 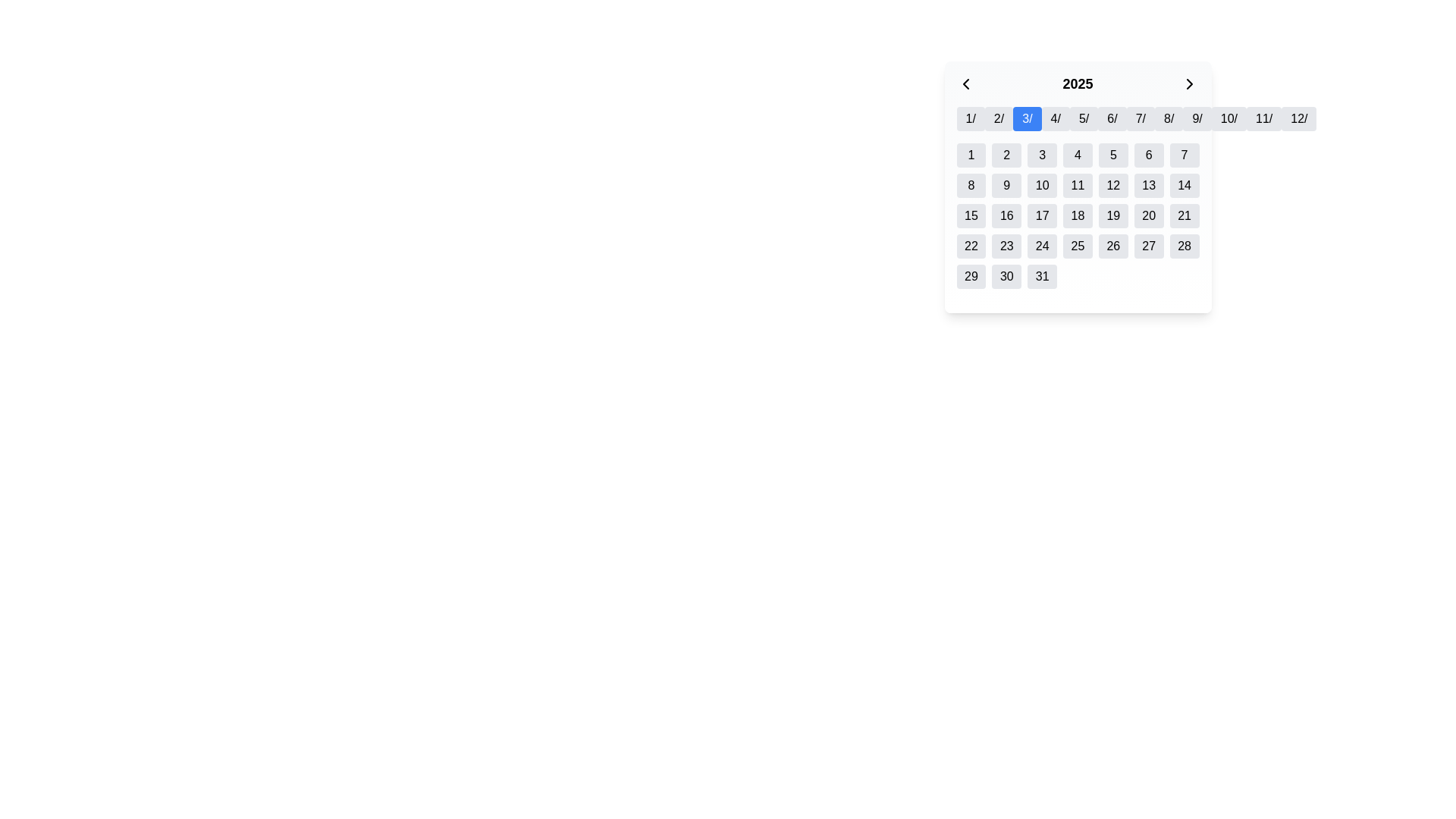 I want to click on the button representing the 27th day in the calendar grid, located in the sixth column of the fourth row, so click(x=1149, y=245).